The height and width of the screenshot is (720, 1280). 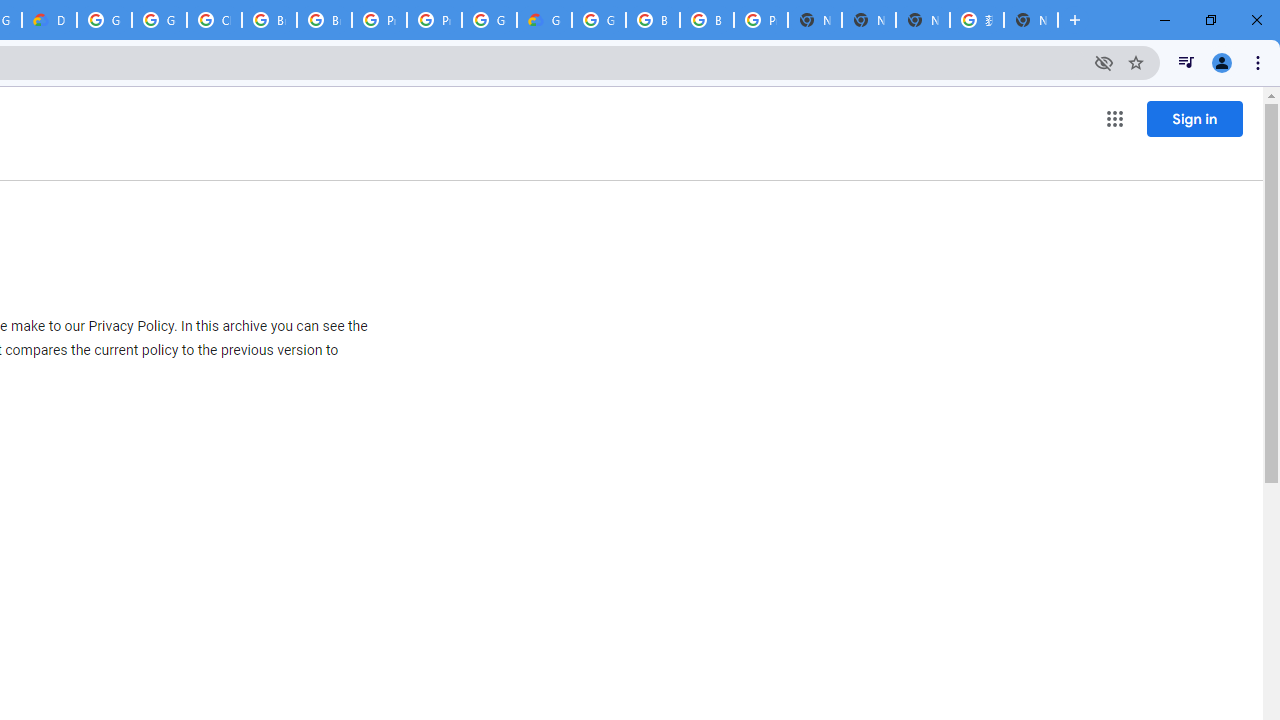 I want to click on 'Browse Chrome as a guest - Computer - Google Chrome Help', so click(x=268, y=20).